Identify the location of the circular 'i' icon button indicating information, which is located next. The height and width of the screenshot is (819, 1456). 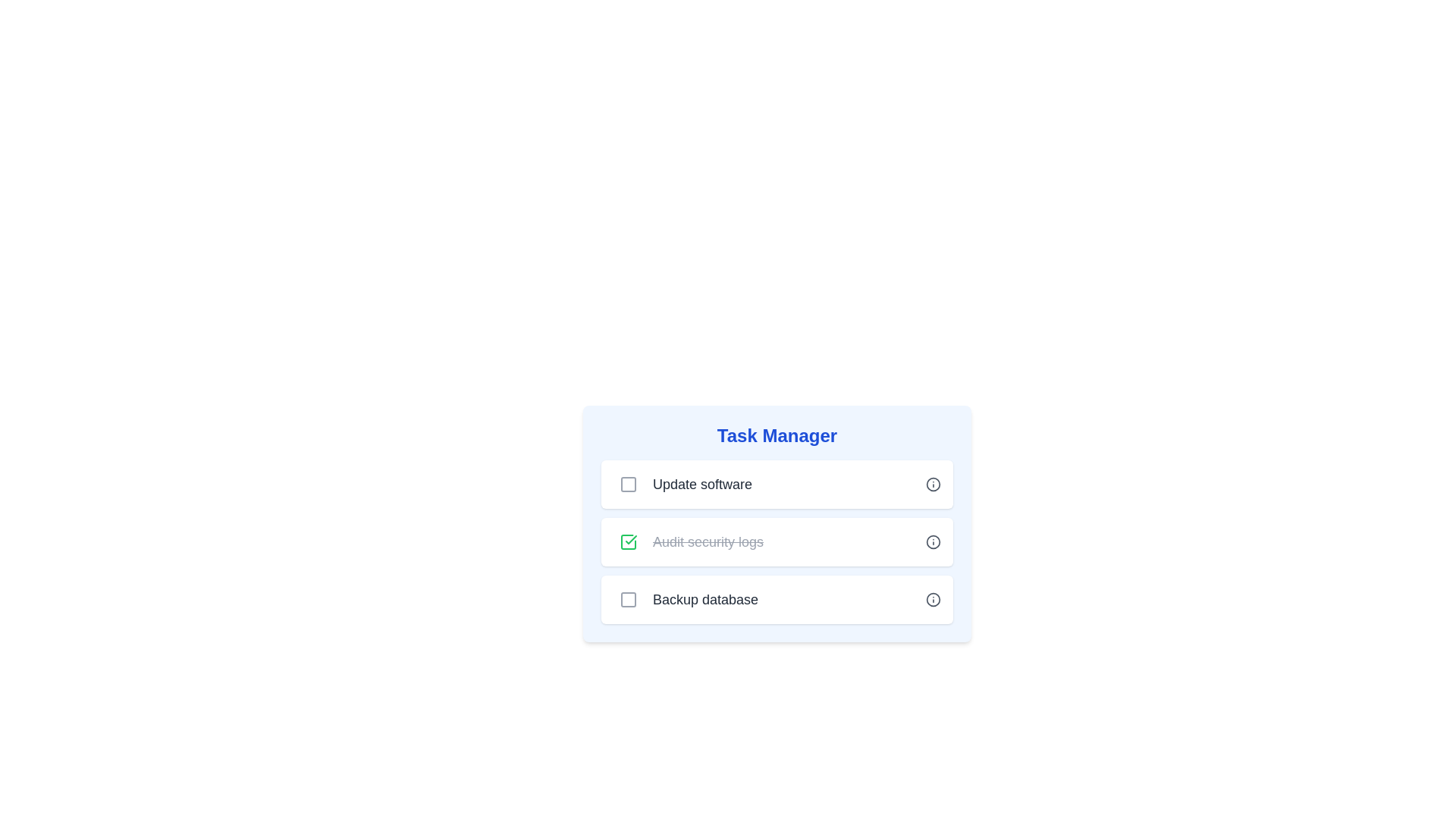
(932, 485).